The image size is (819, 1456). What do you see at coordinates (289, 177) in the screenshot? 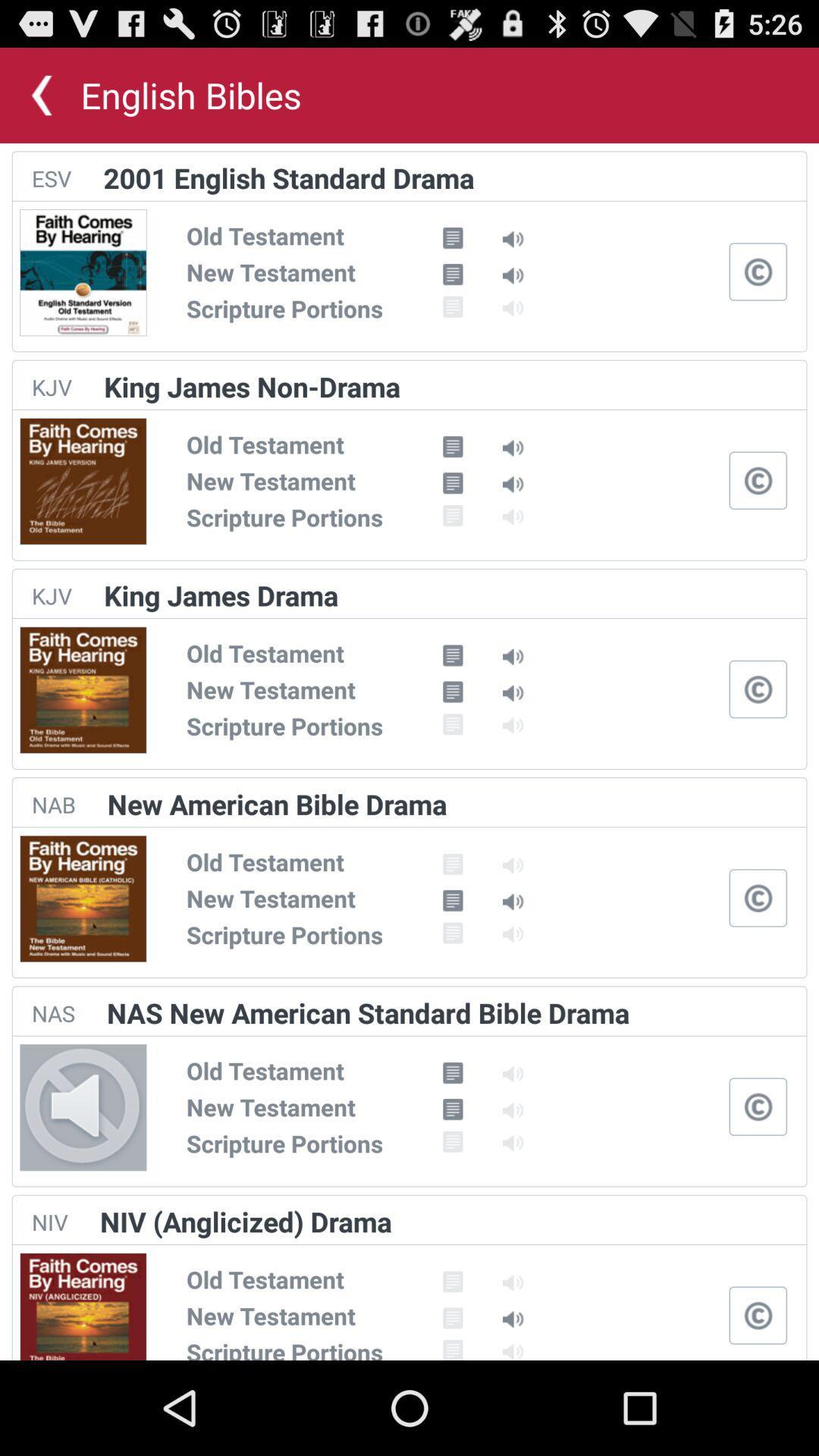
I see `item next to the esv item` at bounding box center [289, 177].